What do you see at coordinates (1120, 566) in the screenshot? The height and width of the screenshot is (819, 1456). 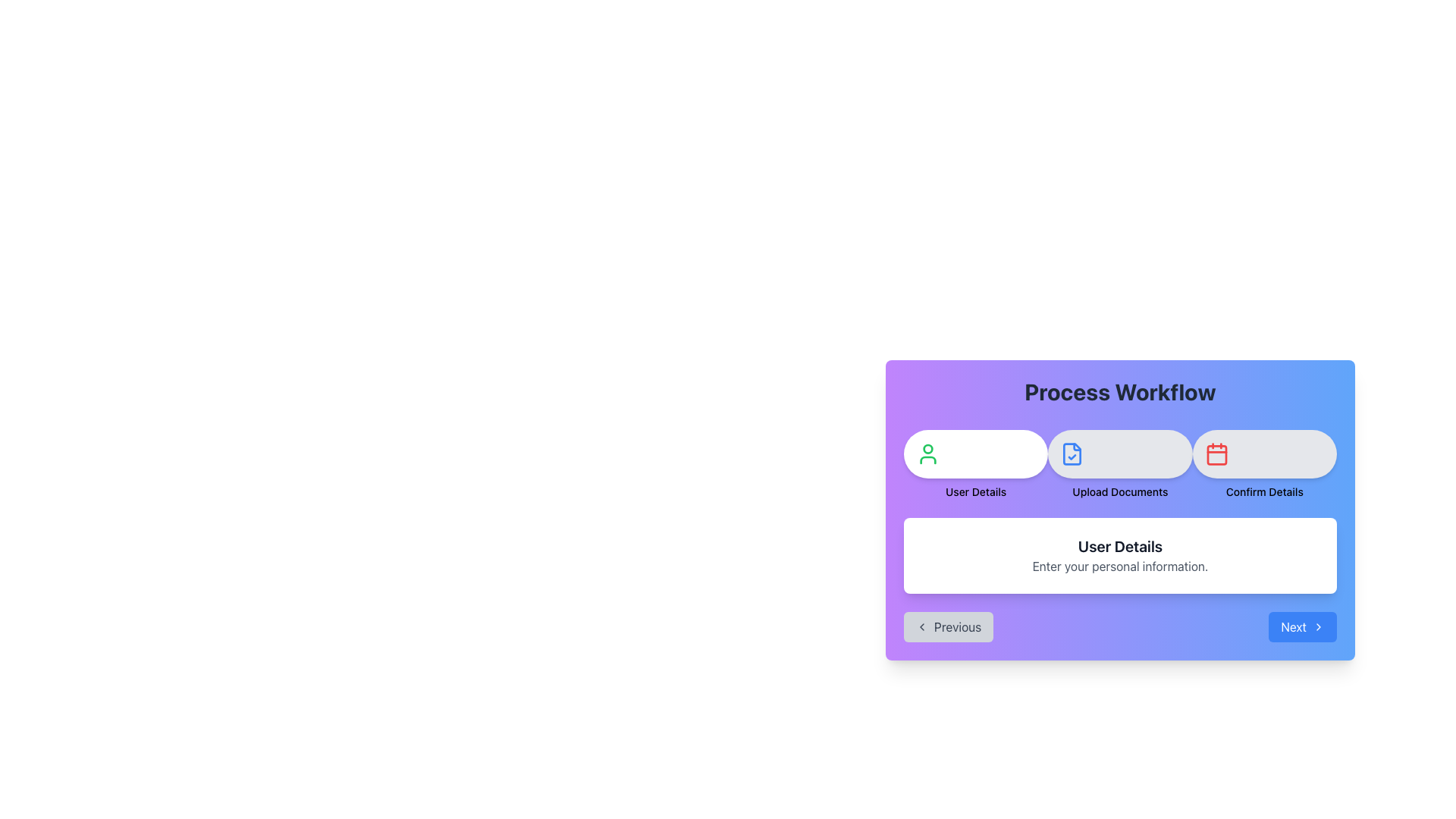 I see `the text label positioned below the 'User Details' heading, which provides descriptive information about the section` at bounding box center [1120, 566].